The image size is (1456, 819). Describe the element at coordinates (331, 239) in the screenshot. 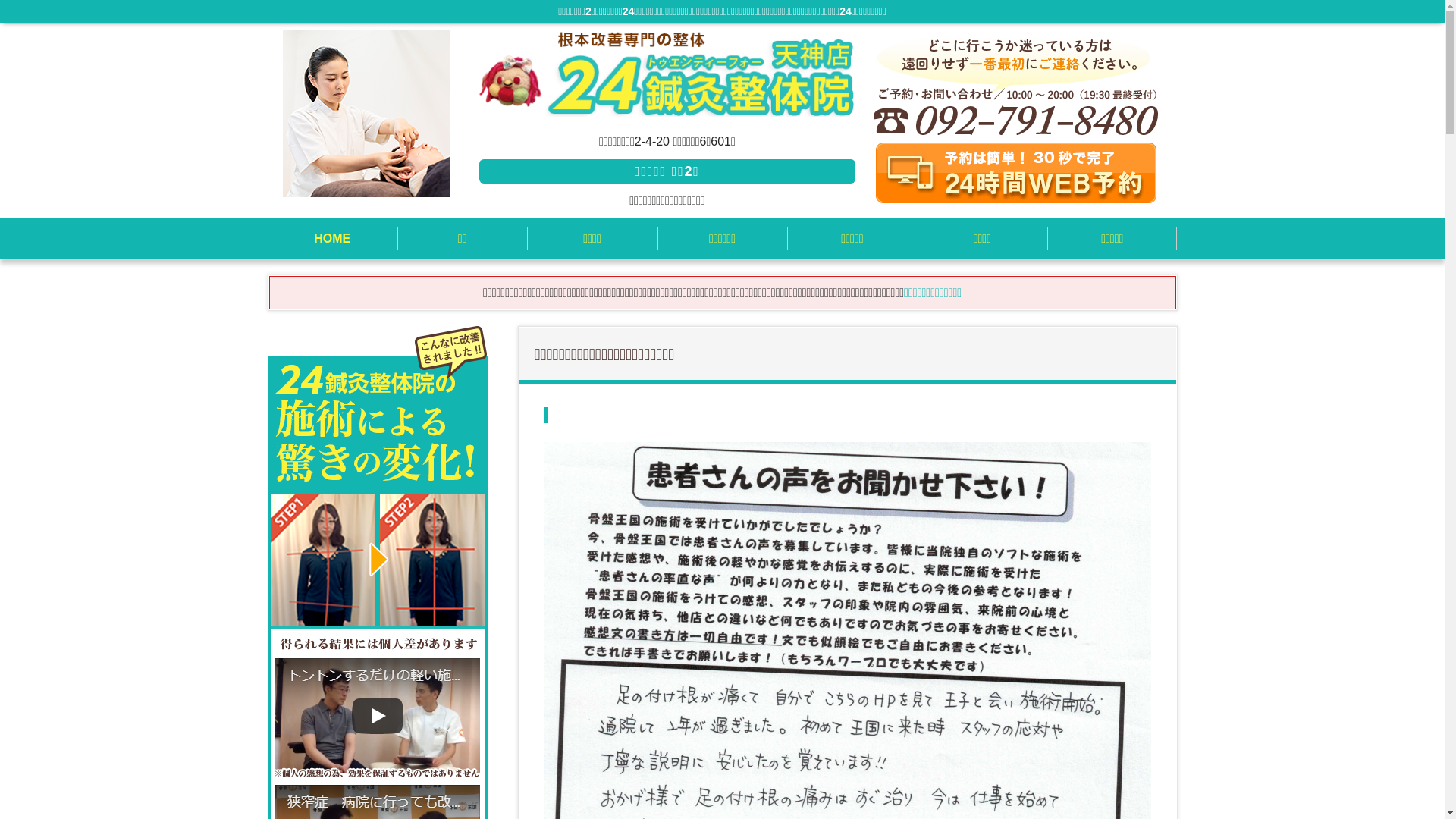

I see `'HOME'` at that location.